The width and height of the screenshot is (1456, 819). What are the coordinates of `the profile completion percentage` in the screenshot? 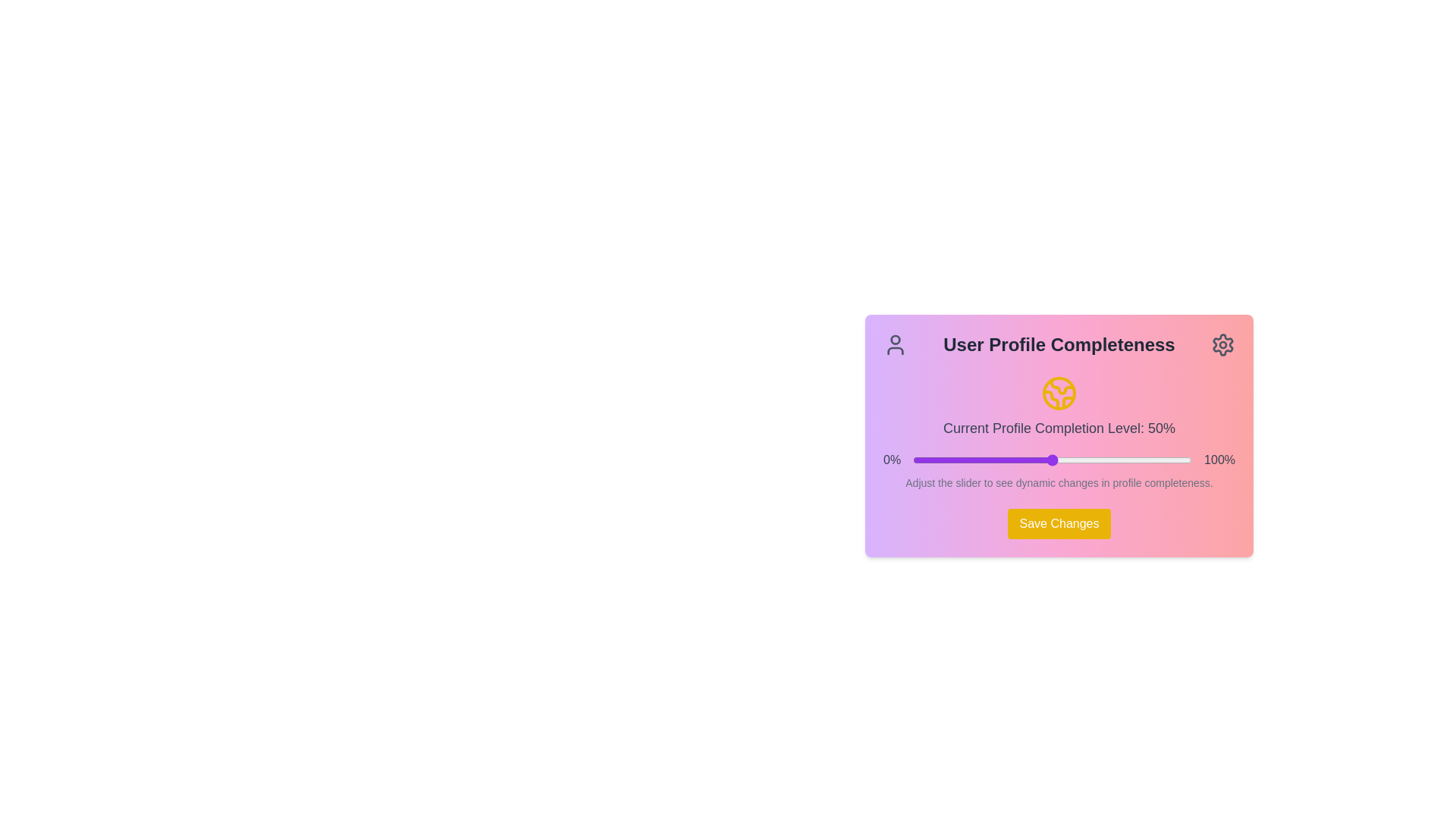 It's located at (951, 459).